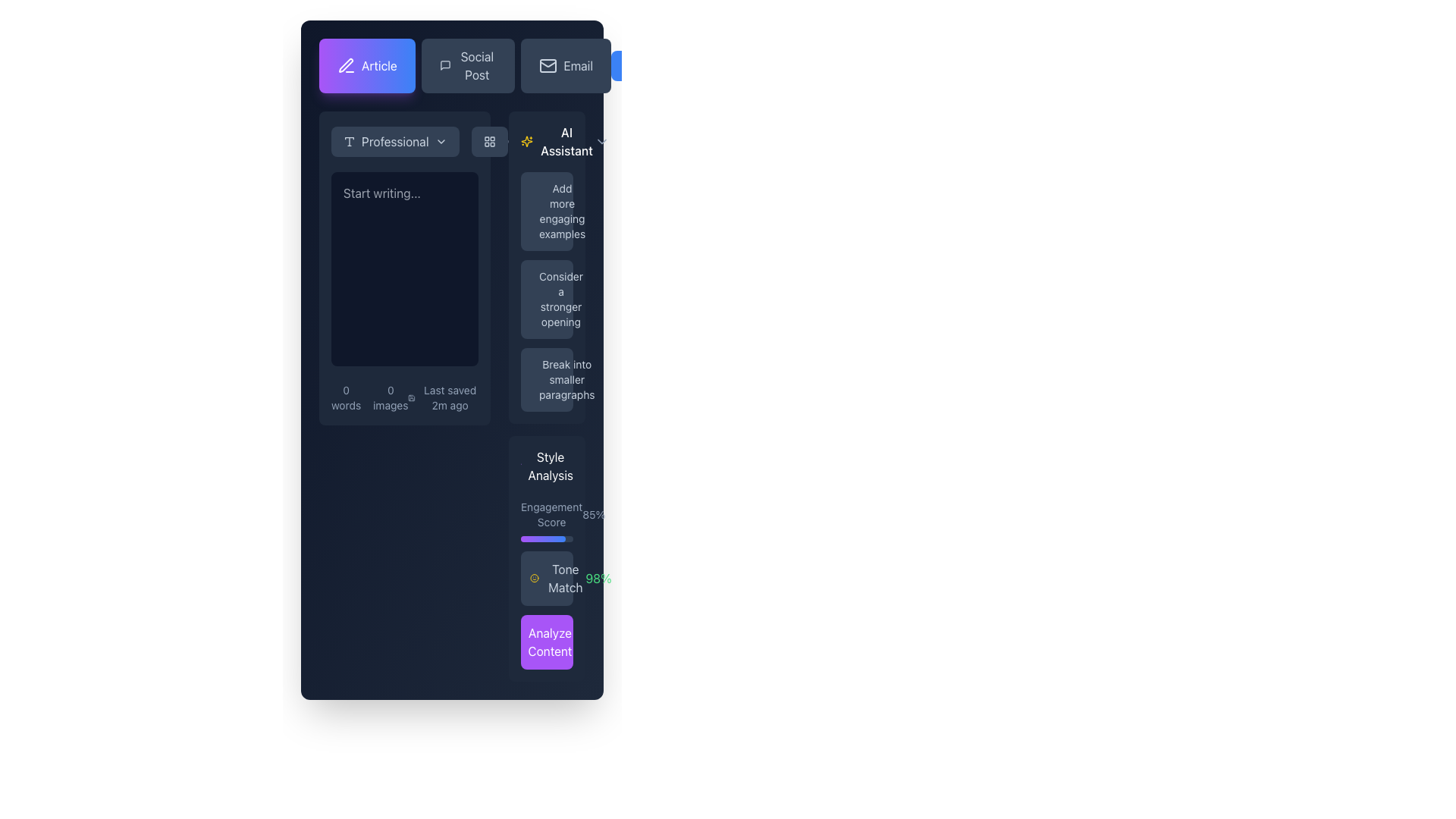 Image resolution: width=1456 pixels, height=819 pixels. I want to click on the downward-pointing chevron icon, which is white against a dark background and located to the right of the 'Professional' text, so click(440, 141).